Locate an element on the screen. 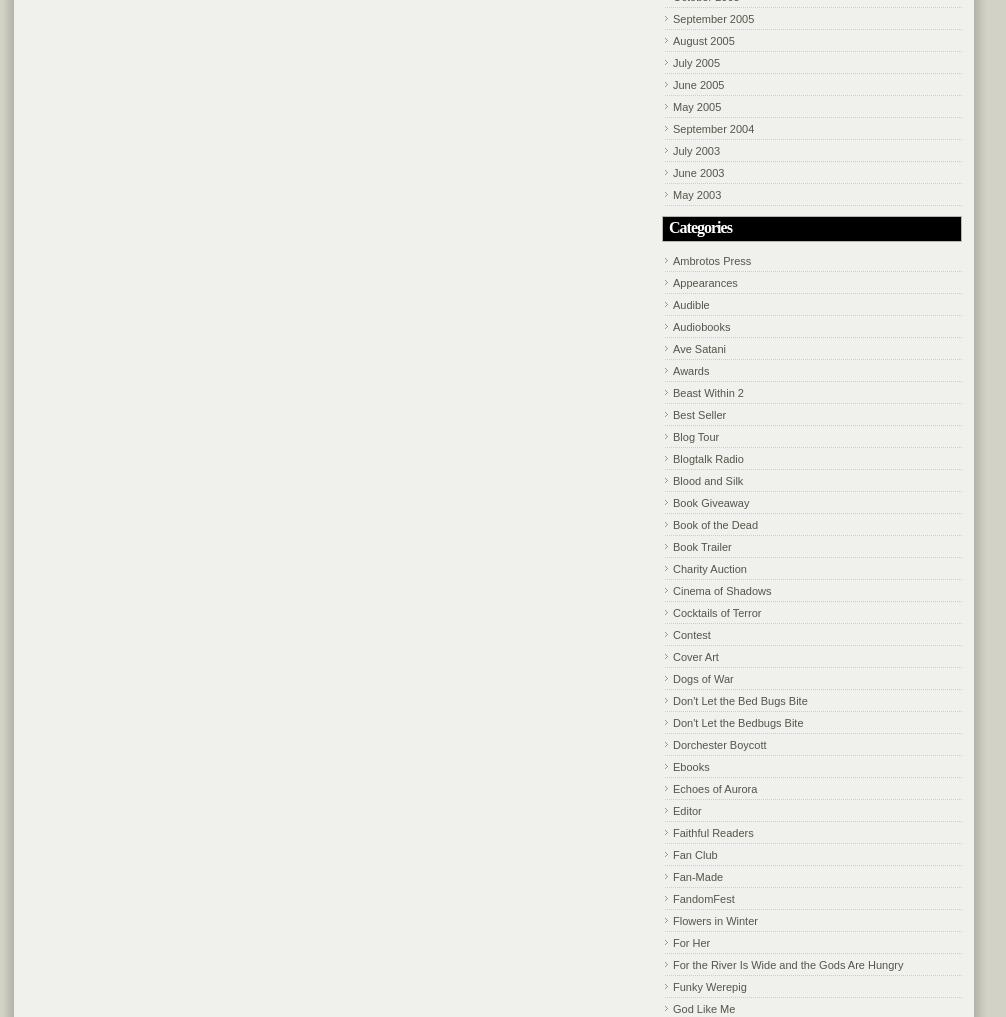 This screenshot has height=1017, width=1006. 'Categories' is located at coordinates (699, 226).